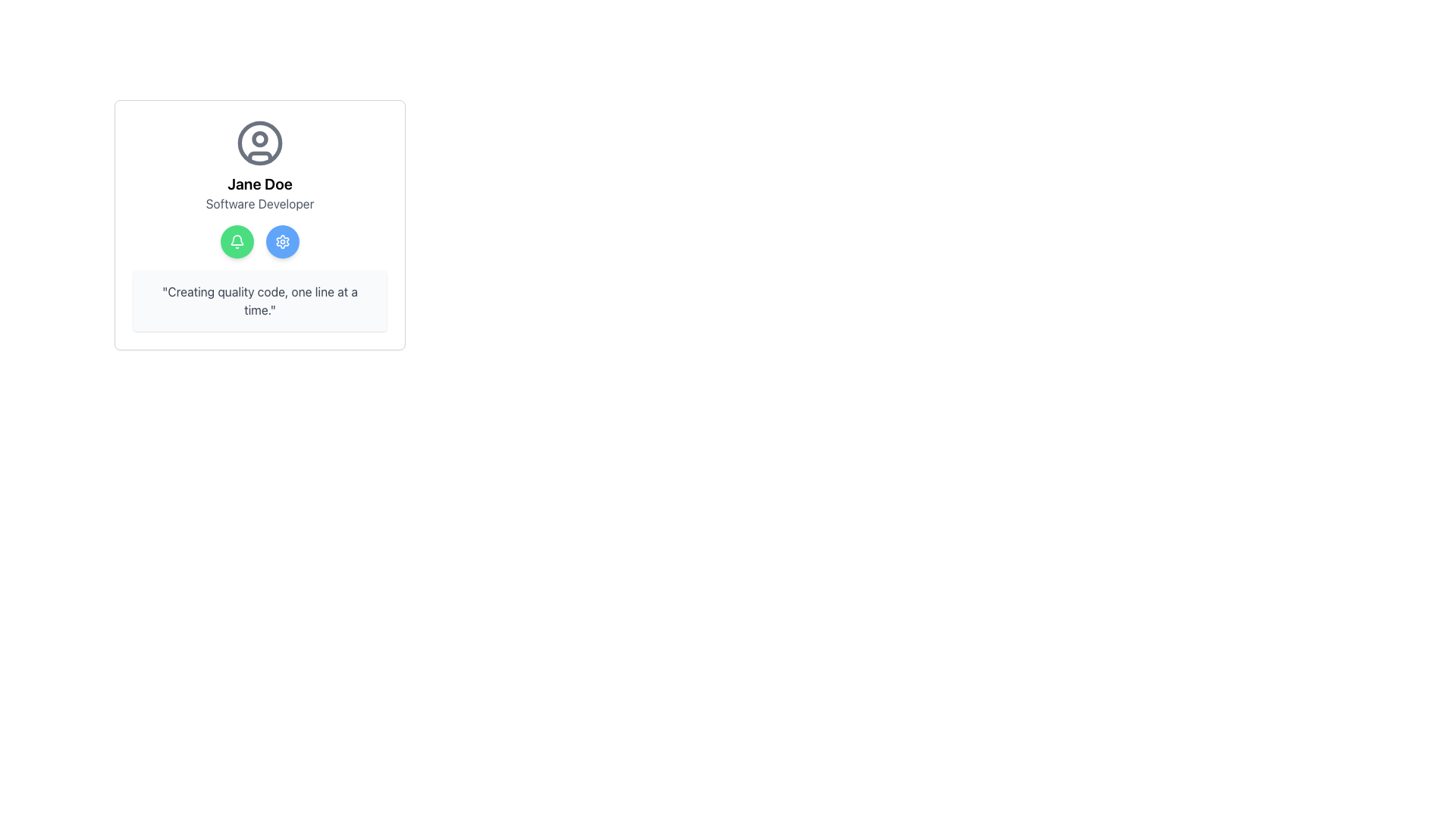  What do you see at coordinates (283, 241) in the screenshot?
I see `the gear-shaped settings icon located at the bottom-right of the profile card` at bounding box center [283, 241].